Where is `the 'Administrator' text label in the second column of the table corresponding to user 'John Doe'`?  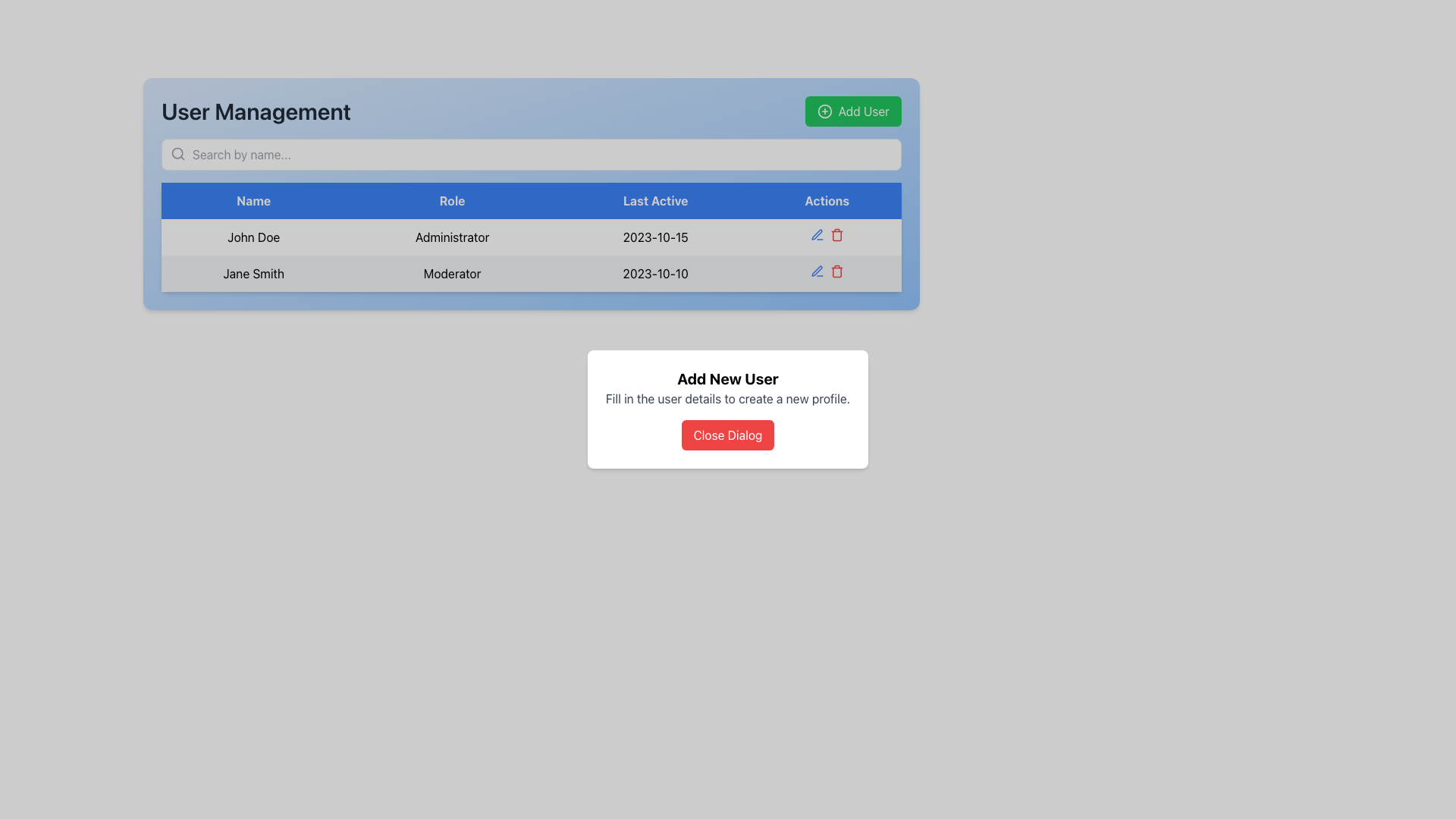 the 'Administrator' text label in the second column of the table corresponding to user 'John Doe' is located at coordinates (451, 237).